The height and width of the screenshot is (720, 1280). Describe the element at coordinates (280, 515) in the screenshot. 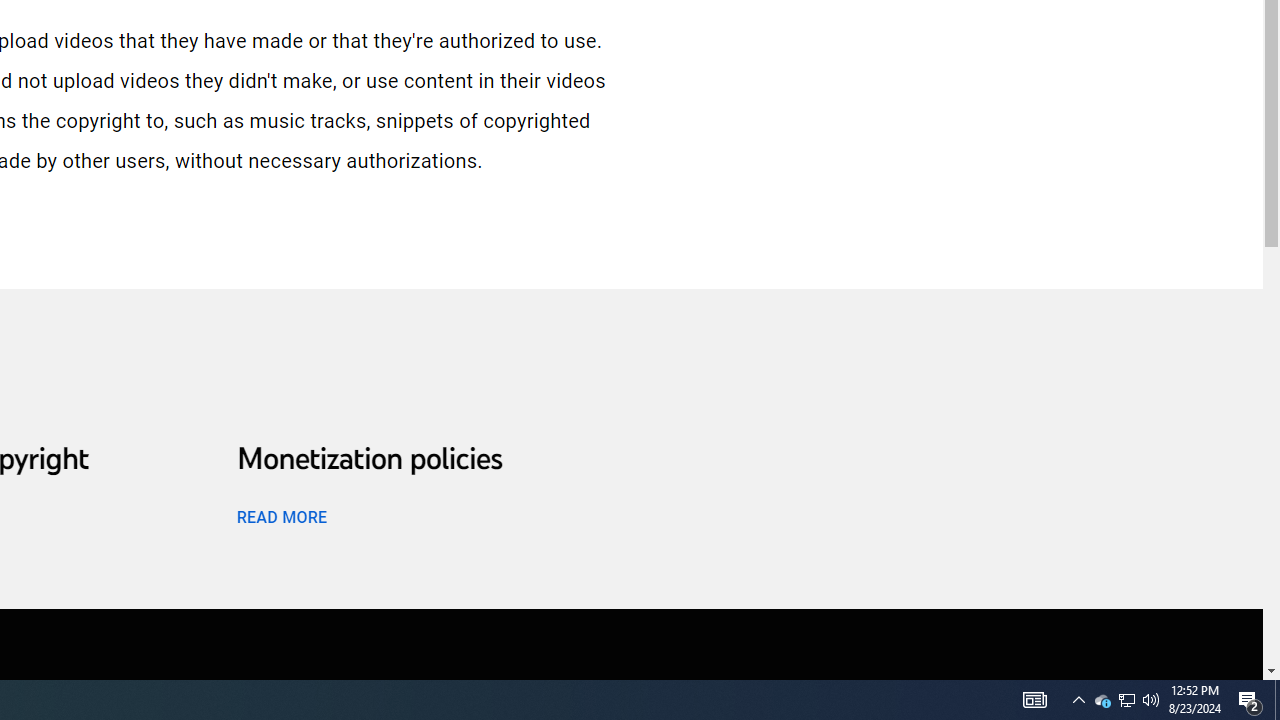

I see `'READ MORE'` at that location.